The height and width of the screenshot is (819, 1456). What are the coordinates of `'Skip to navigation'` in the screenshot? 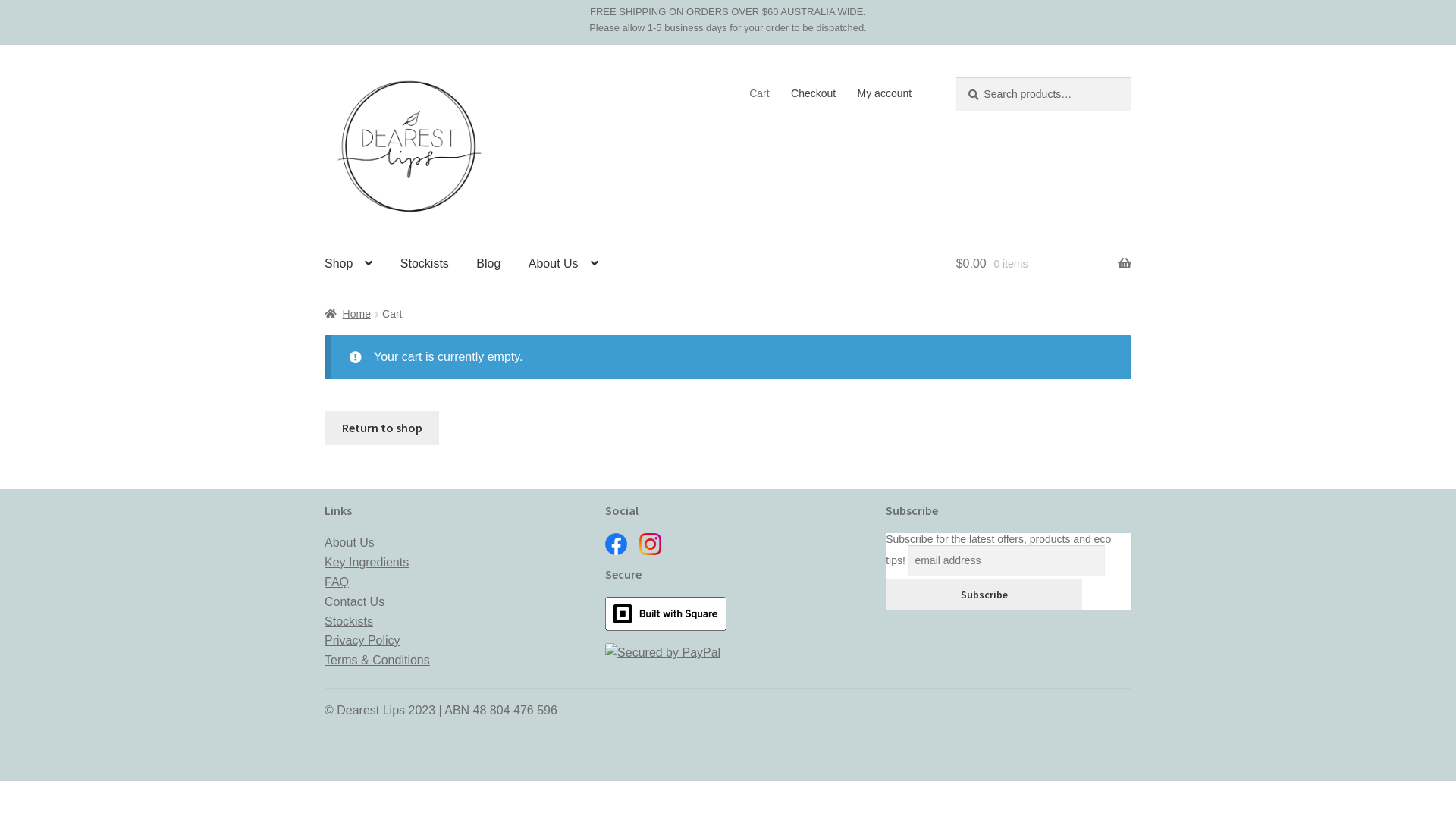 It's located at (323, 77).